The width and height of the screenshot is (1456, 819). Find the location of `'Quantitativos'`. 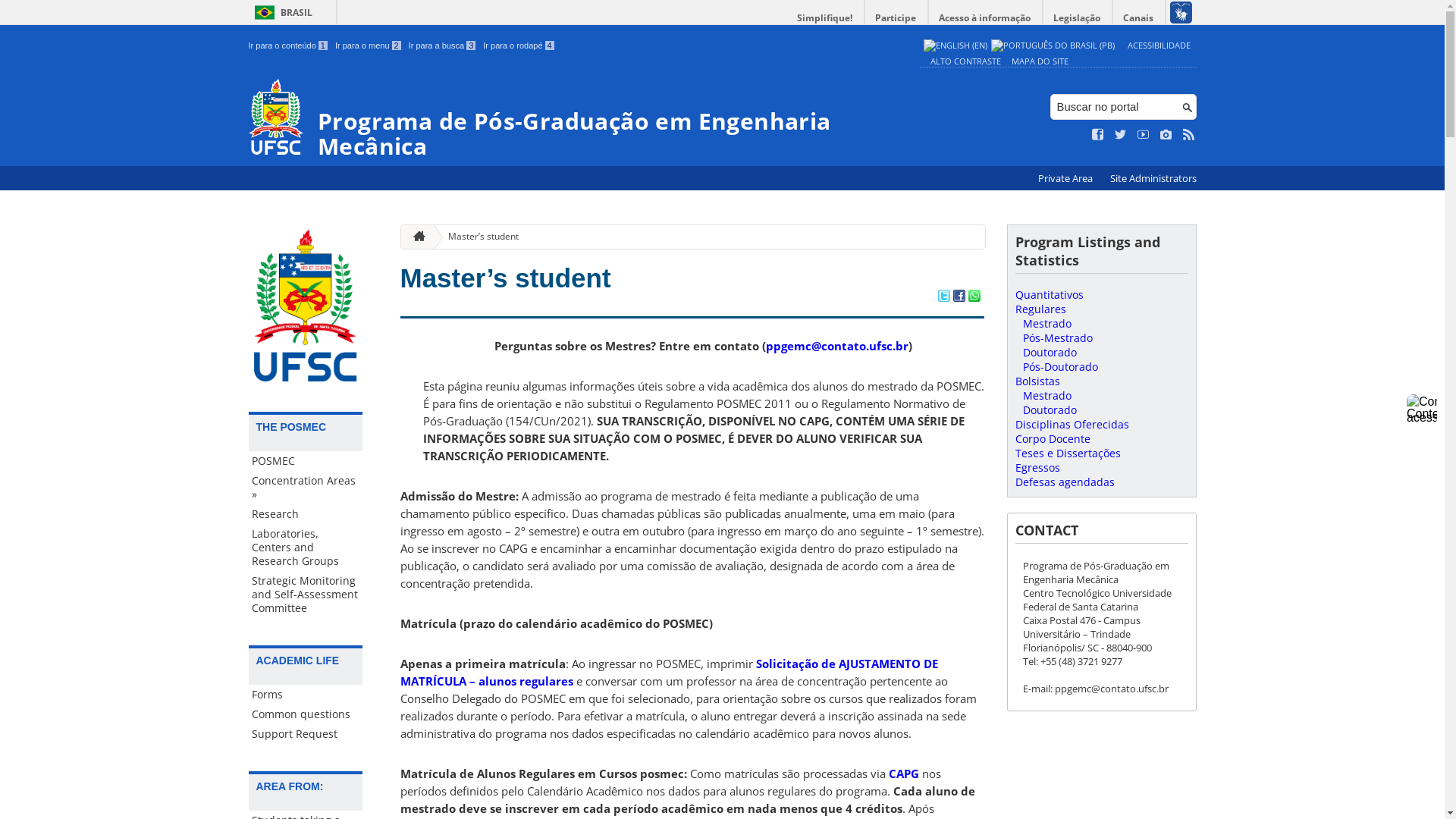

'Quantitativos' is located at coordinates (1047, 294).